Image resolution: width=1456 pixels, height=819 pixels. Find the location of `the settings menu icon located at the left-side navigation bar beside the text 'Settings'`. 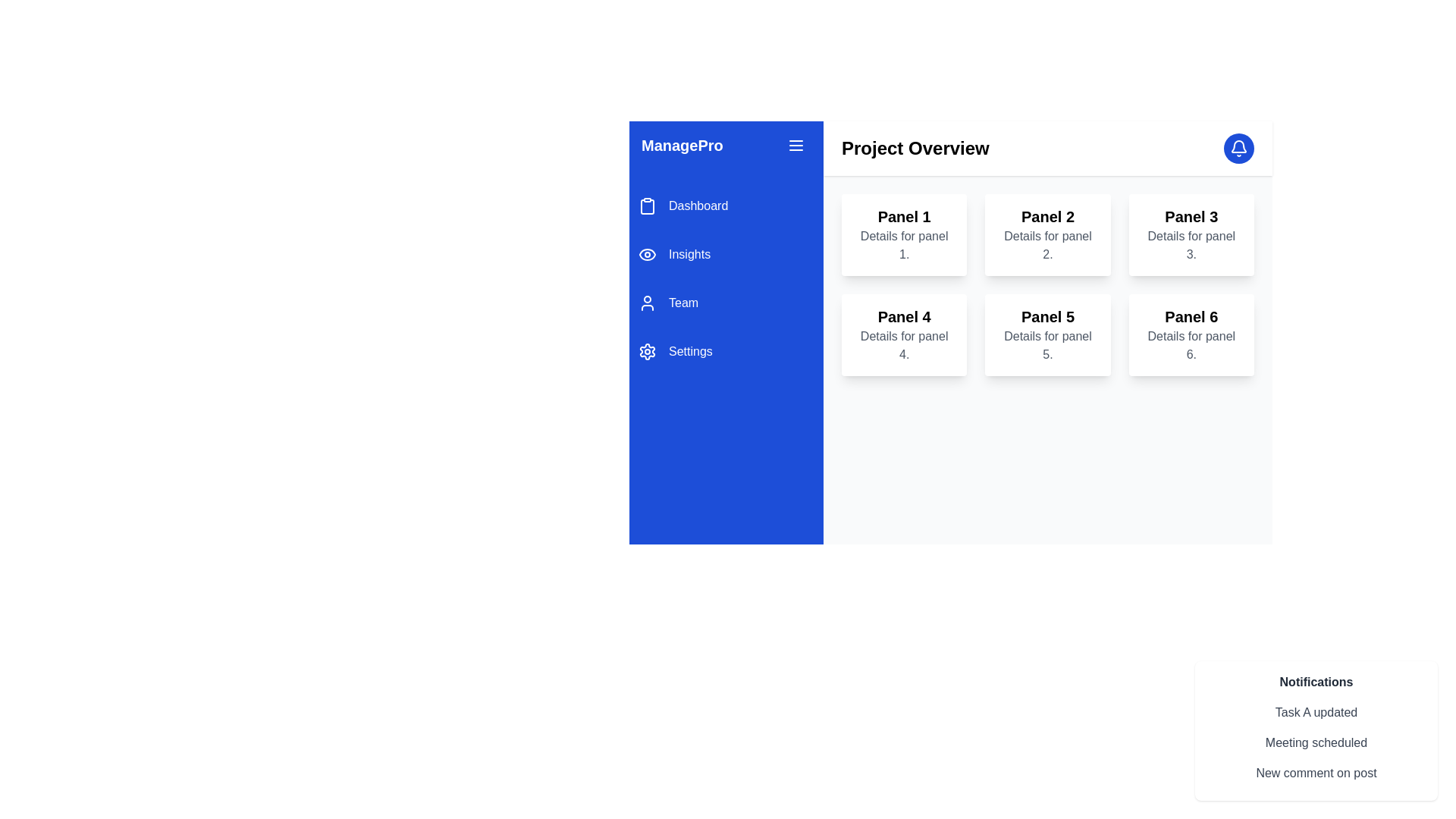

the settings menu icon located at the left-side navigation bar beside the text 'Settings' is located at coordinates (648, 351).